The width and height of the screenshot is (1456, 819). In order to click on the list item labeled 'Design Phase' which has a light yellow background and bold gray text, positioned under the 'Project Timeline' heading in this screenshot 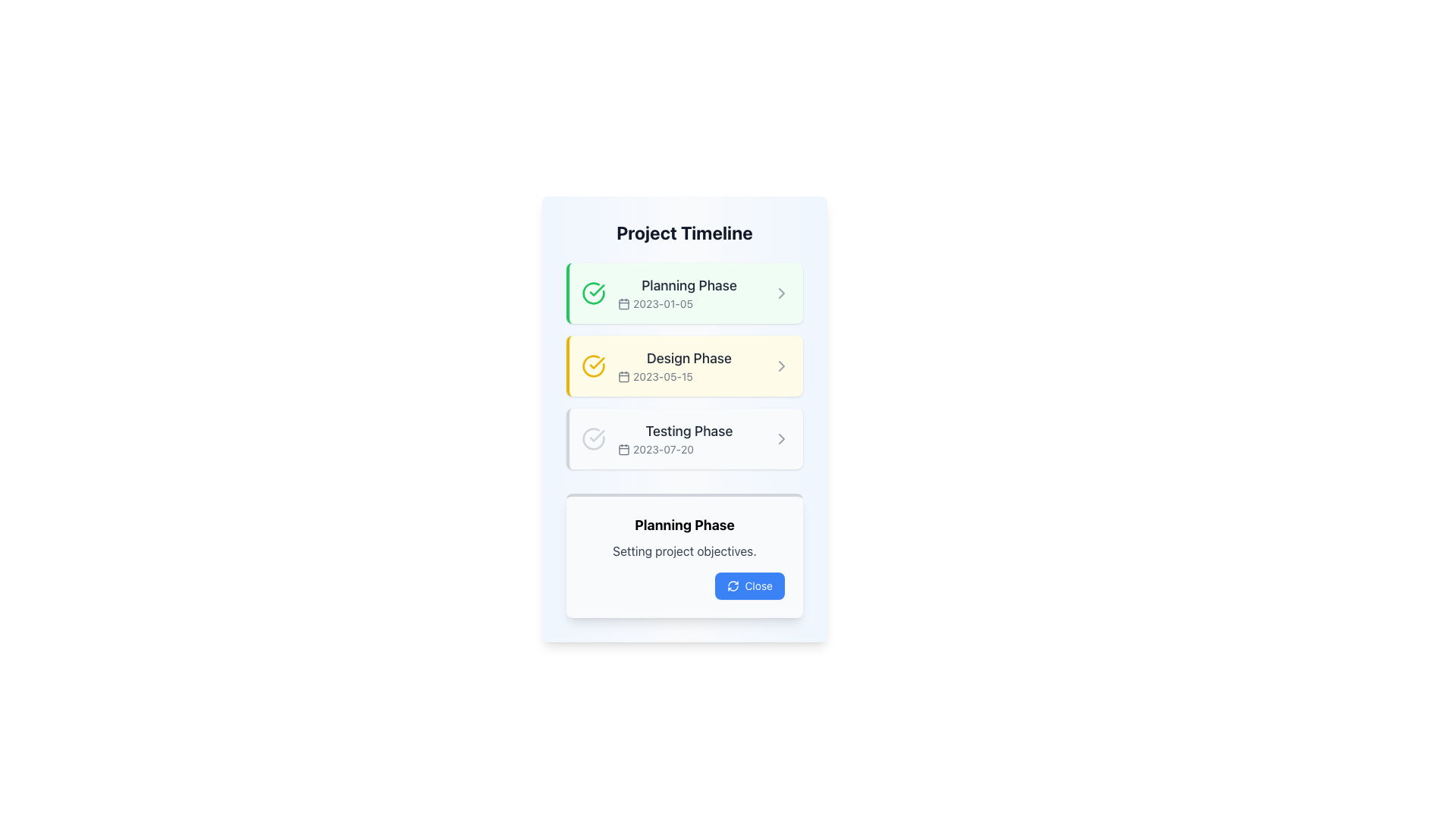, I will do `click(683, 366)`.